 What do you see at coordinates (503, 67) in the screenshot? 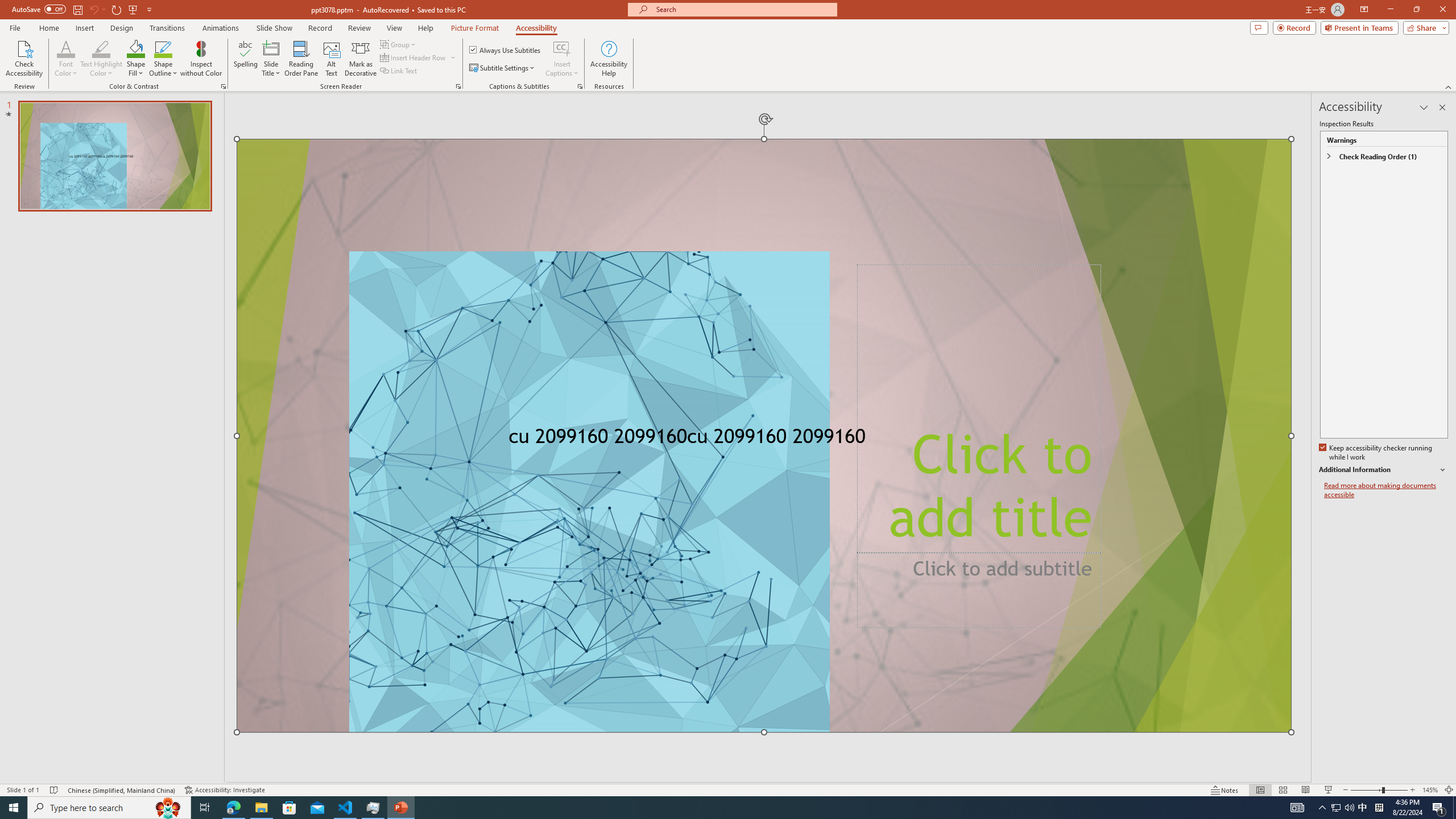
I see `'Subtitle Settings'` at bounding box center [503, 67].